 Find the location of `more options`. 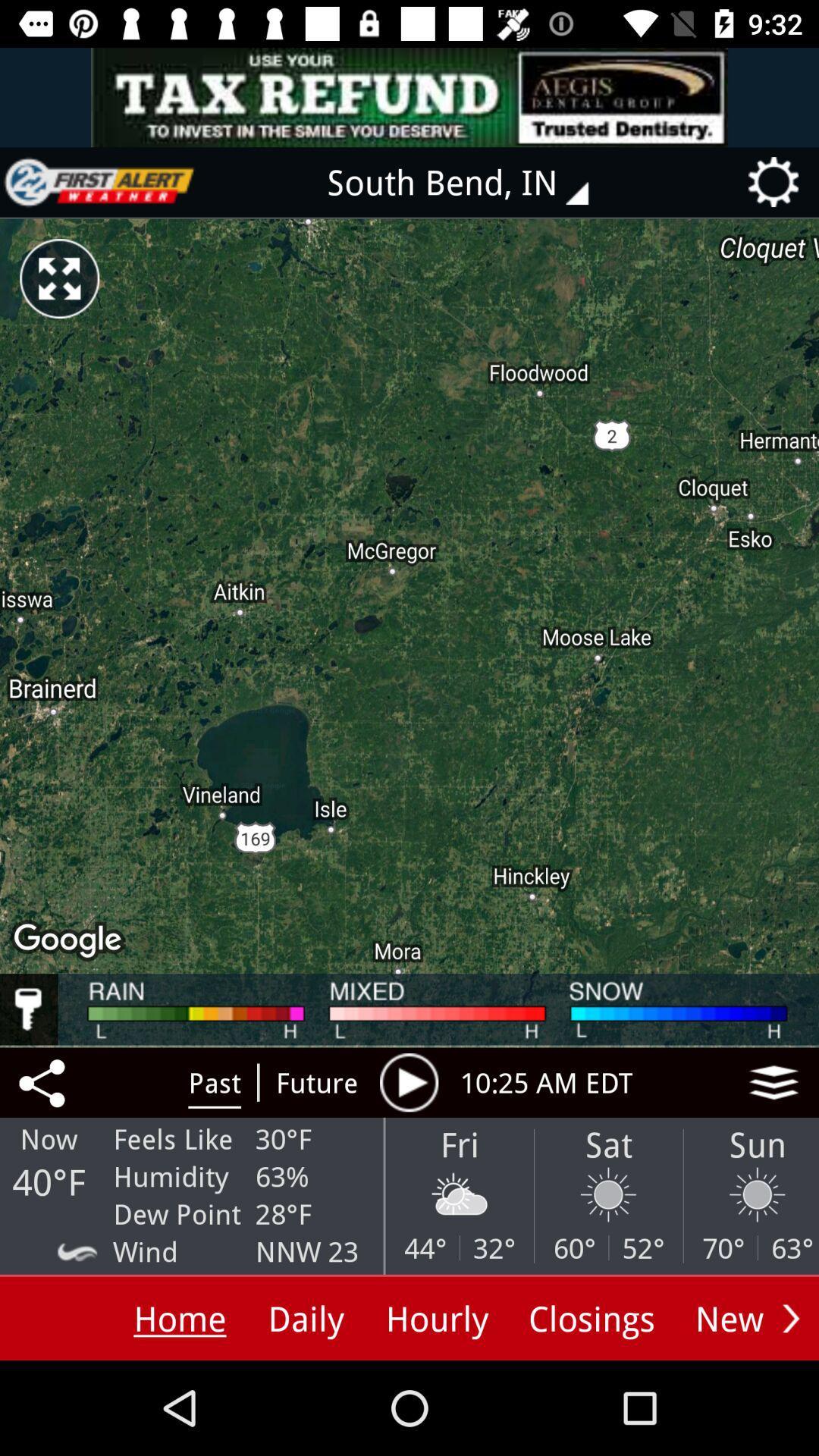

more options is located at coordinates (790, 1317).